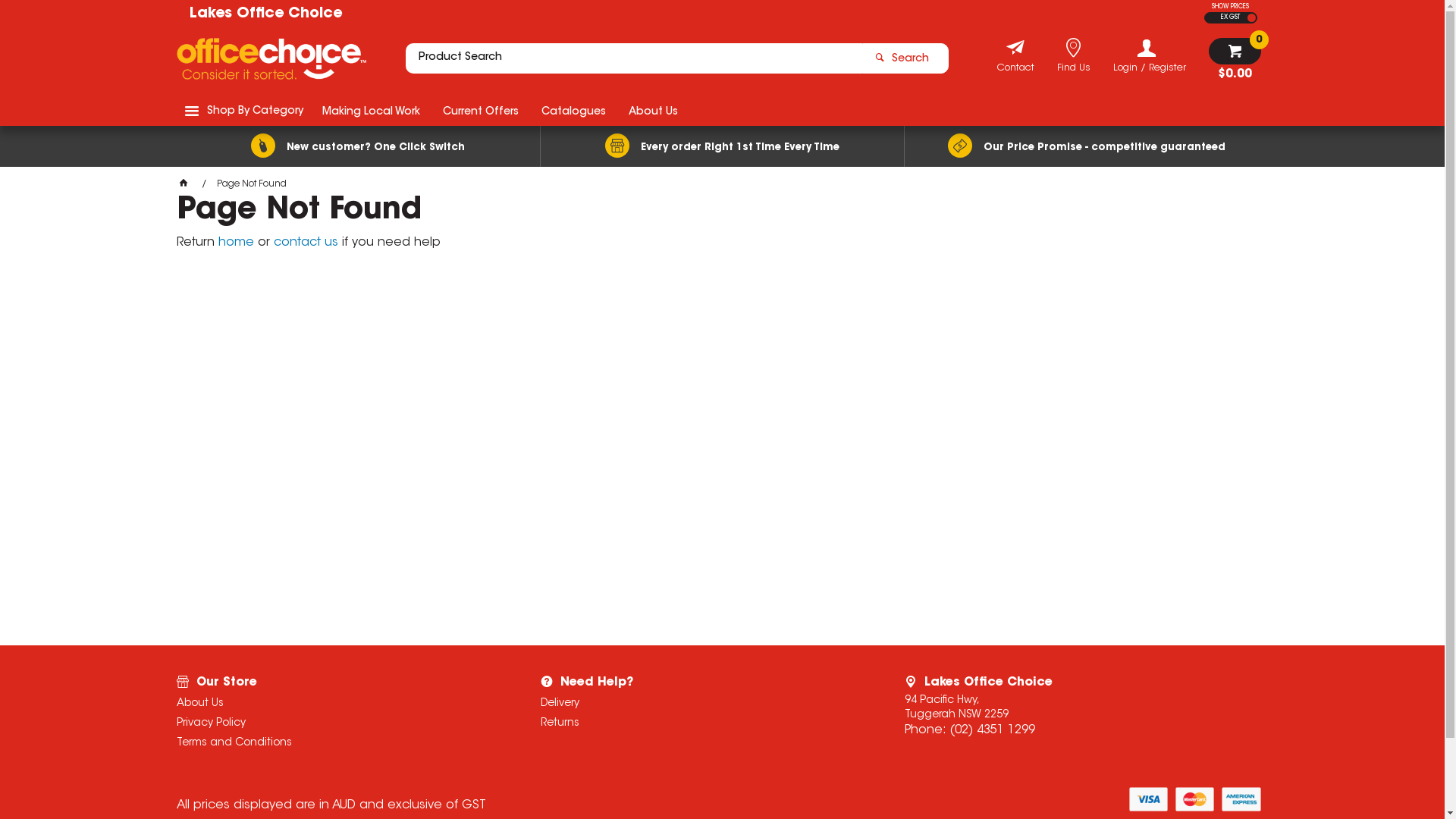  What do you see at coordinates (539, 704) in the screenshot?
I see `'Delivery'` at bounding box center [539, 704].